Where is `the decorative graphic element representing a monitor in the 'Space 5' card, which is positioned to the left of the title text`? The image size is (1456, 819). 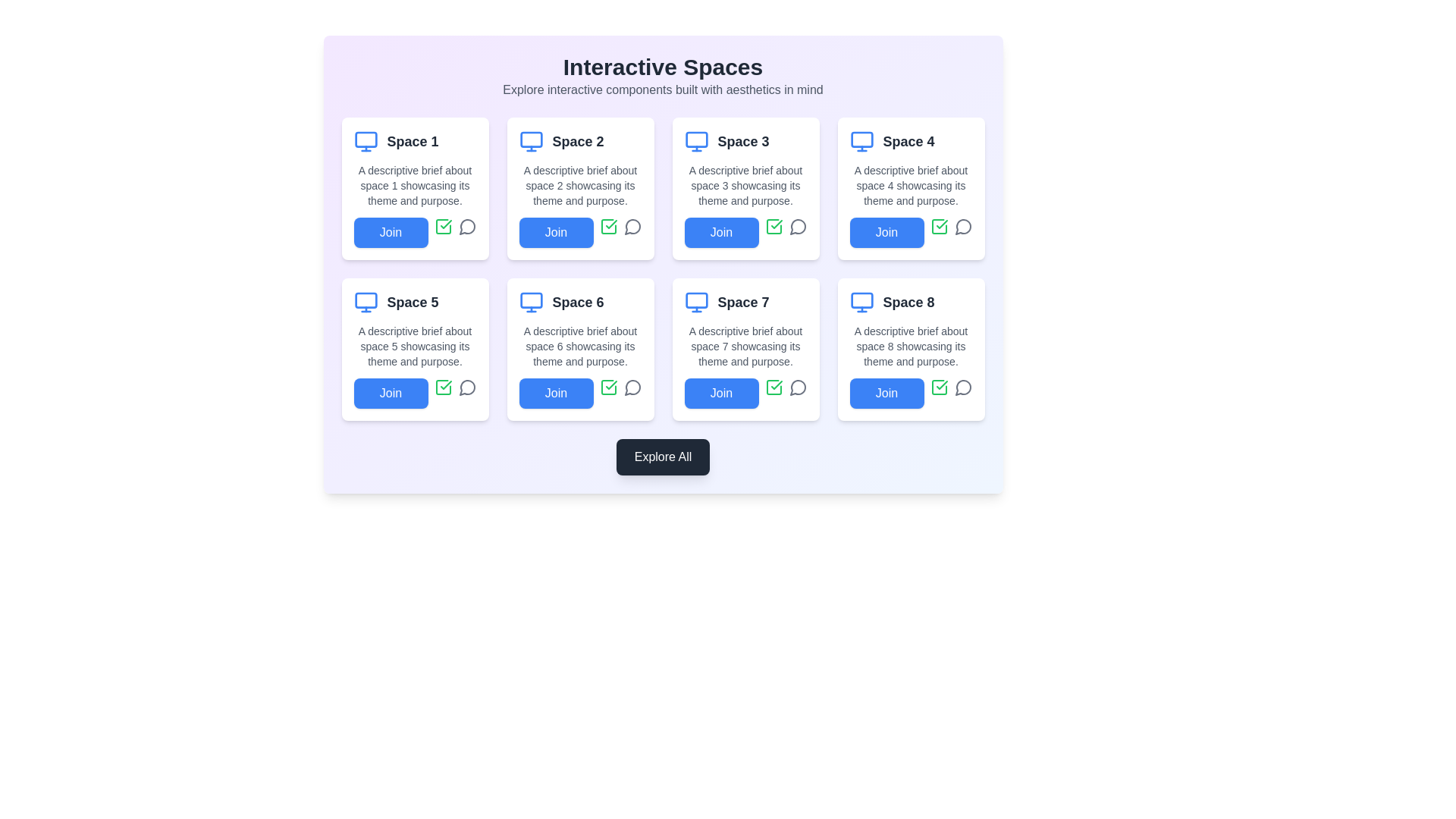 the decorative graphic element representing a monitor in the 'Space 5' card, which is positioned to the left of the title text is located at coordinates (366, 300).